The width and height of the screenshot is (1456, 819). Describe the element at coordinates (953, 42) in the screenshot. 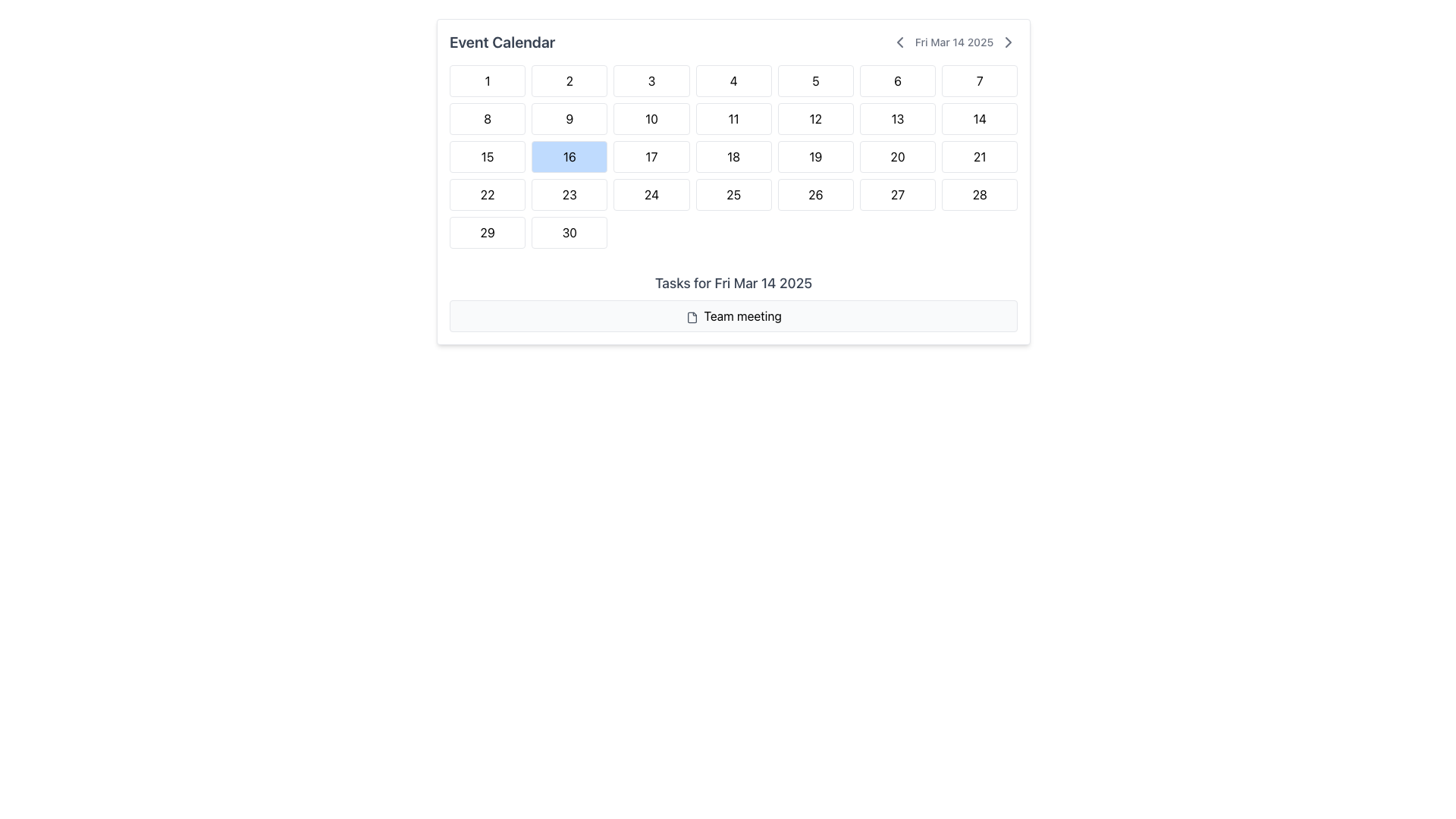

I see `the right arrow icon in the Event Calendar section` at that location.